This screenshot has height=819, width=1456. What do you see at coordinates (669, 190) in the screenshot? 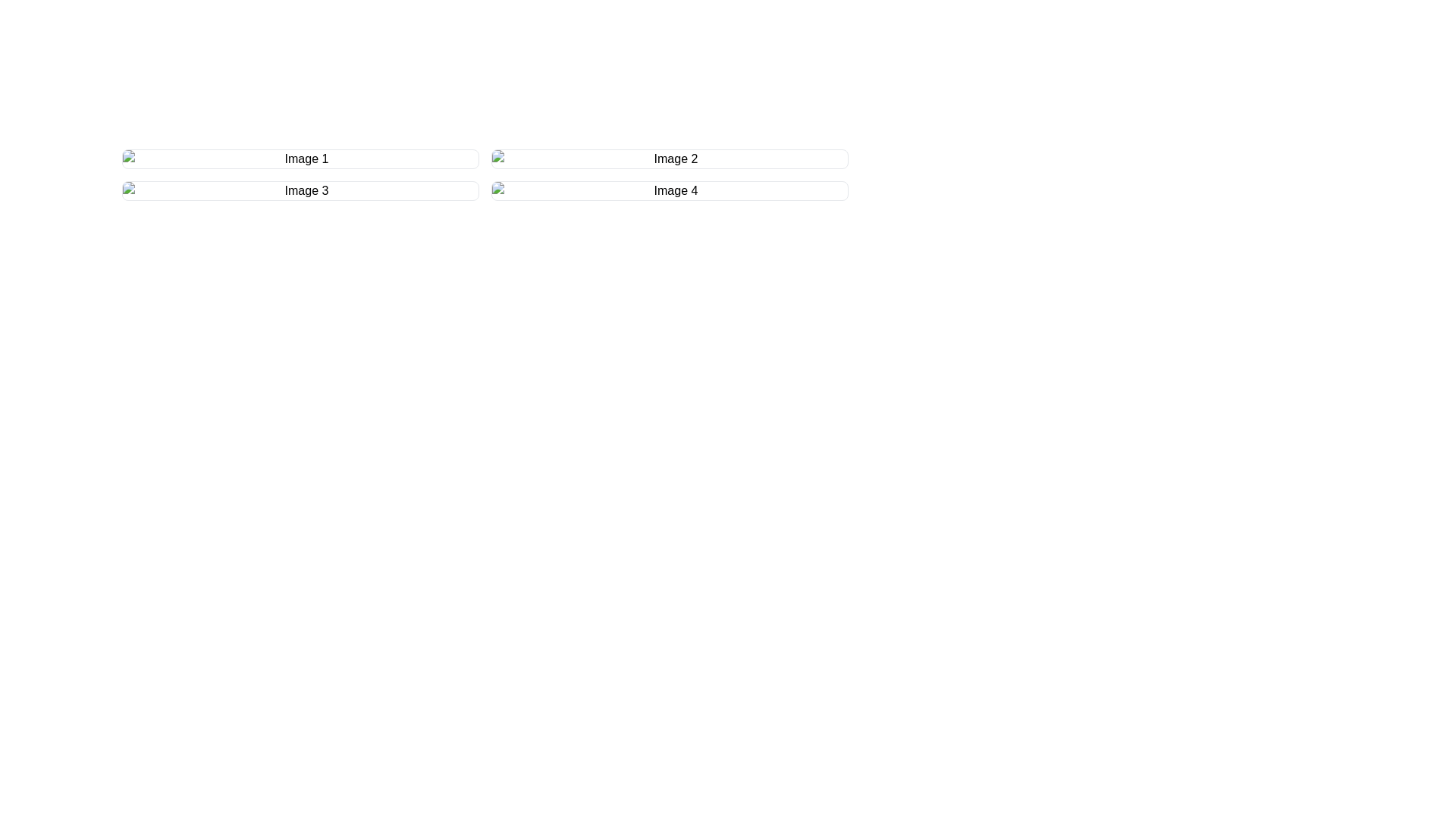
I see `the image display labeled 'Image 4', which is located below the second row of images as the first element on the right-hand side` at bounding box center [669, 190].